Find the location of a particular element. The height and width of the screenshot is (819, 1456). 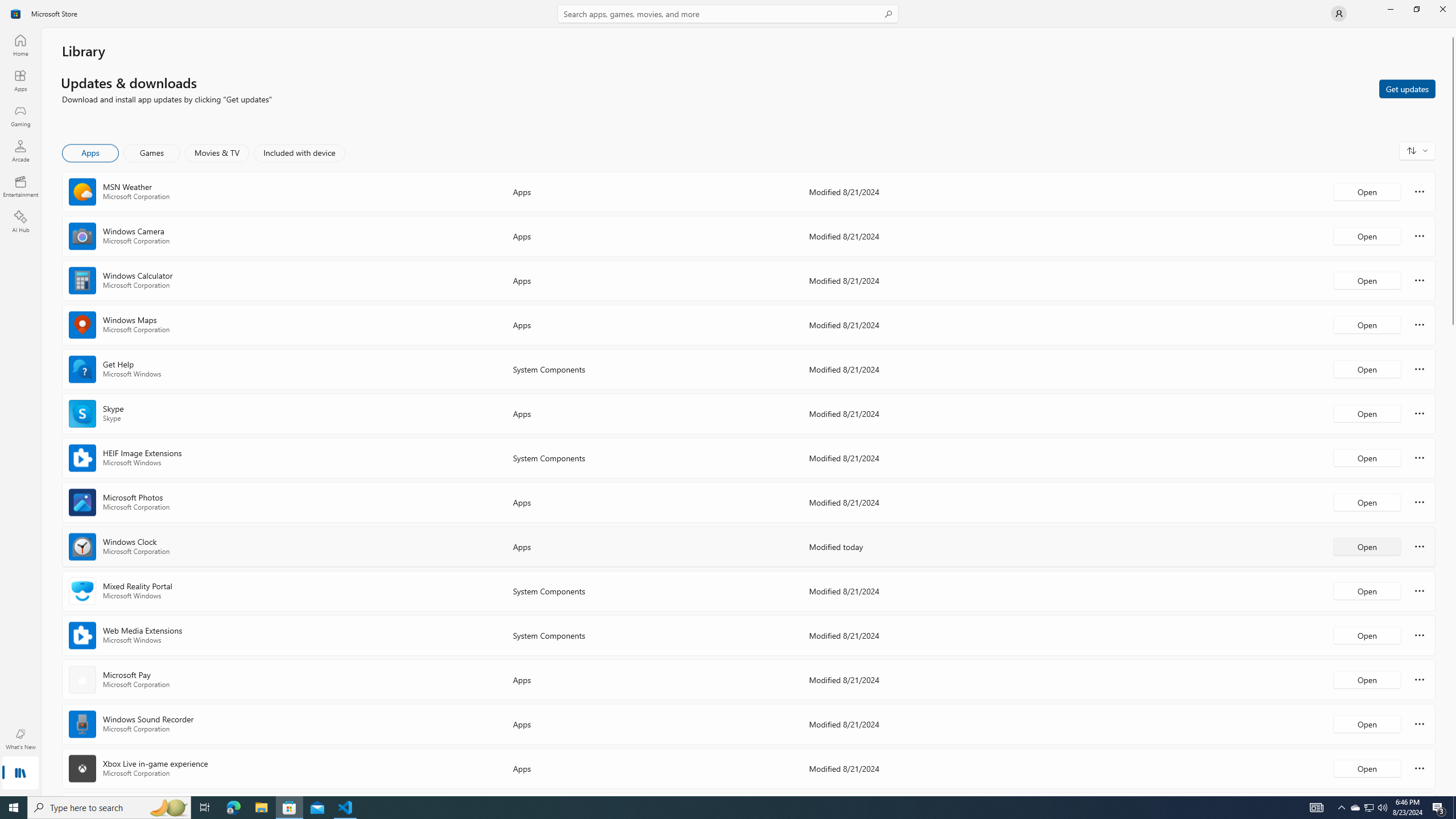

'Movies & TV' is located at coordinates (216, 152).